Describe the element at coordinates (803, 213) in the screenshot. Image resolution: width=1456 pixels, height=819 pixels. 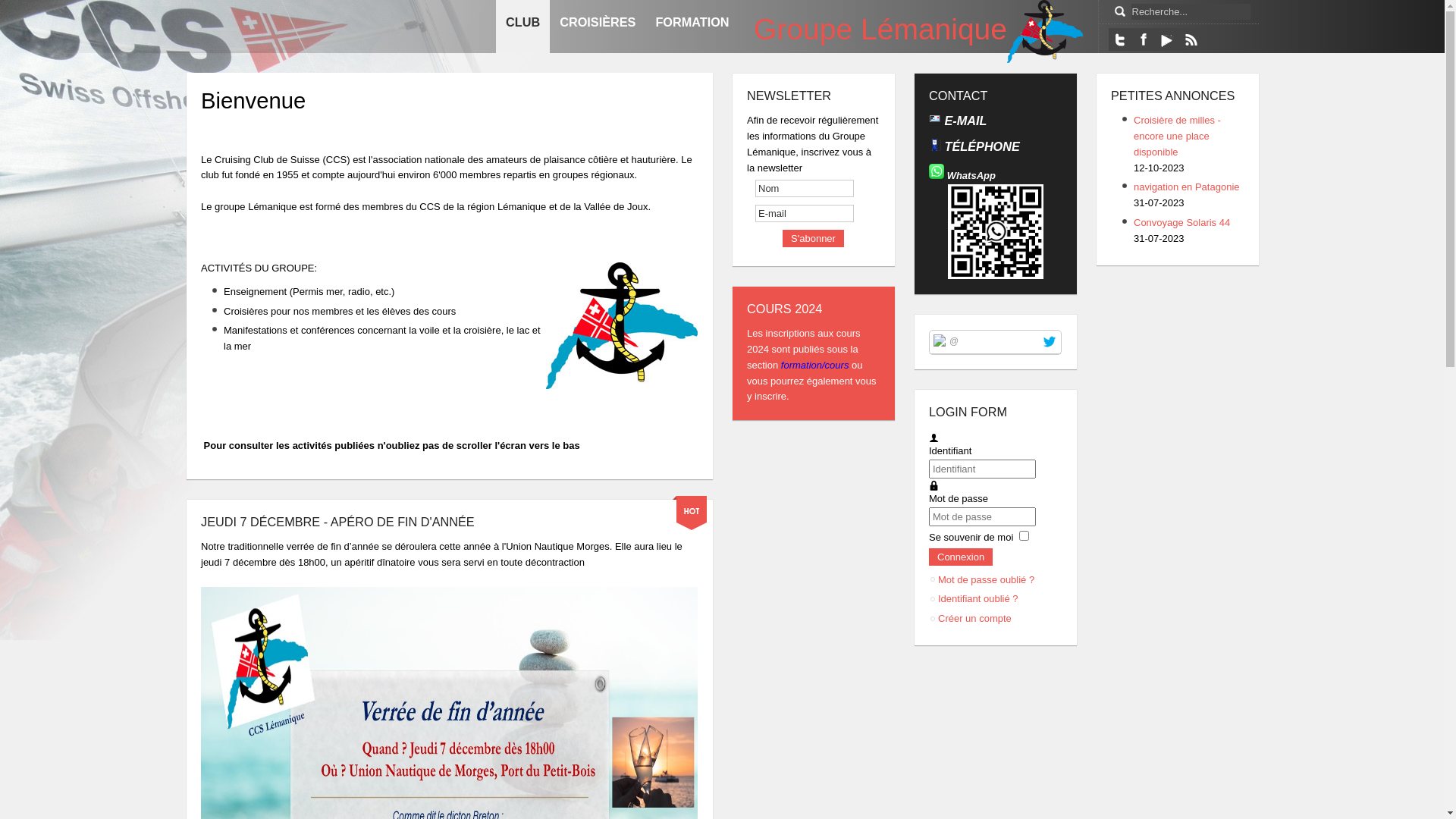
I see `'E-mail'` at that location.